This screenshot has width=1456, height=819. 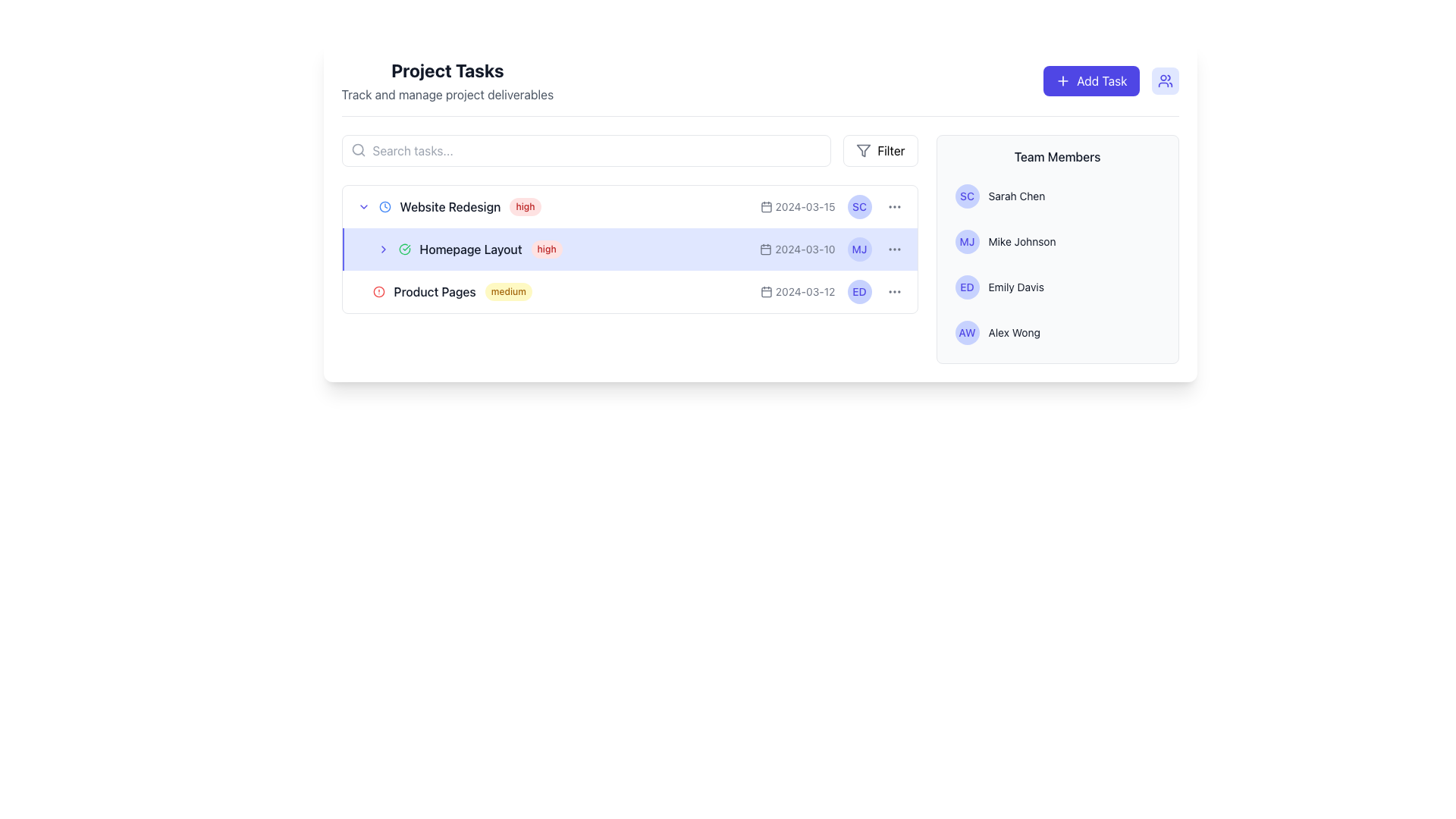 What do you see at coordinates (1056, 248) in the screenshot?
I see `the team member overview panel located on the right side of the page, which displays initials and full names of team members` at bounding box center [1056, 248].